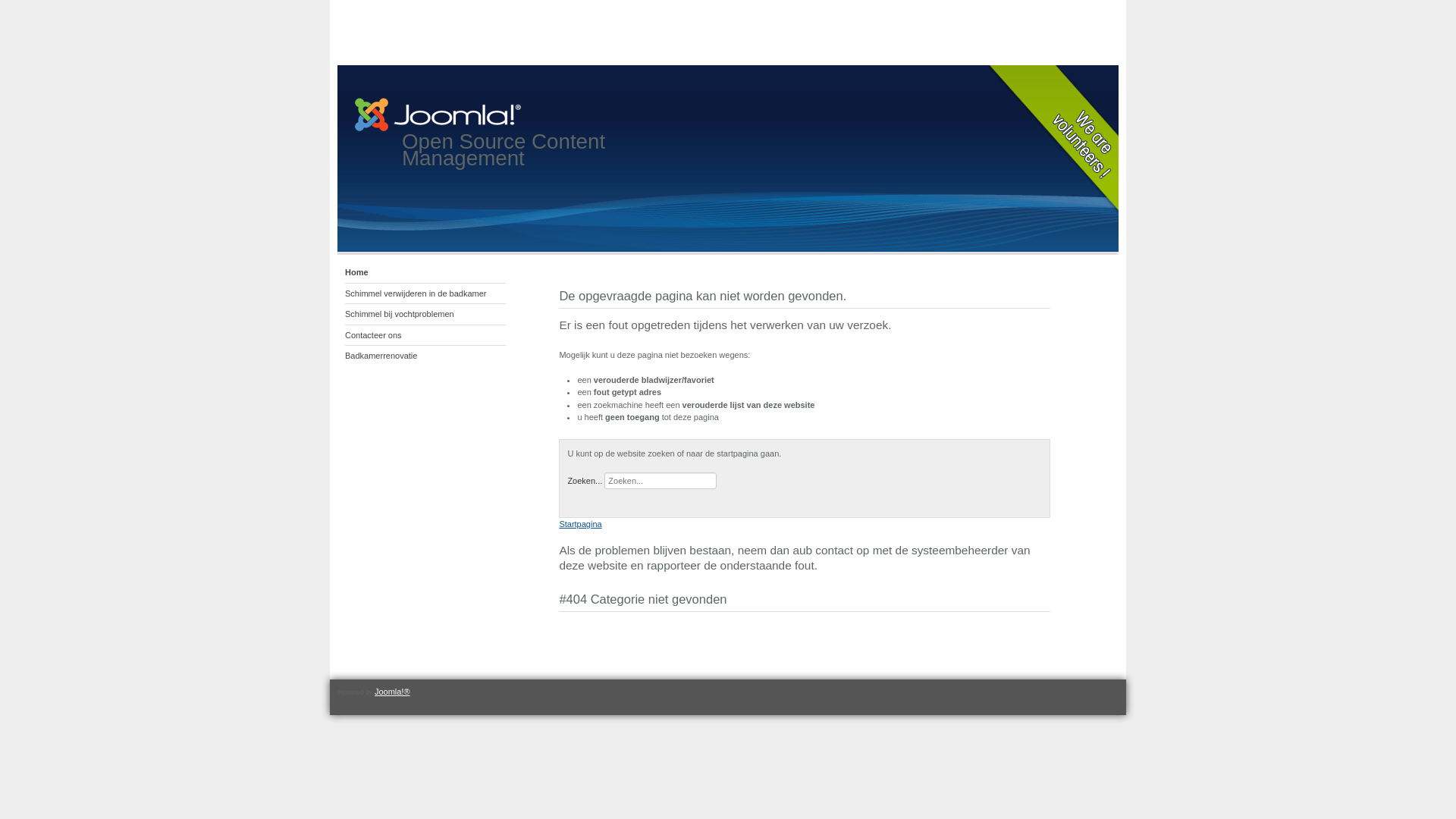 This screenshot has height=819, width=1456. I want to click on 'Contacteer ons', so click(425, 334).